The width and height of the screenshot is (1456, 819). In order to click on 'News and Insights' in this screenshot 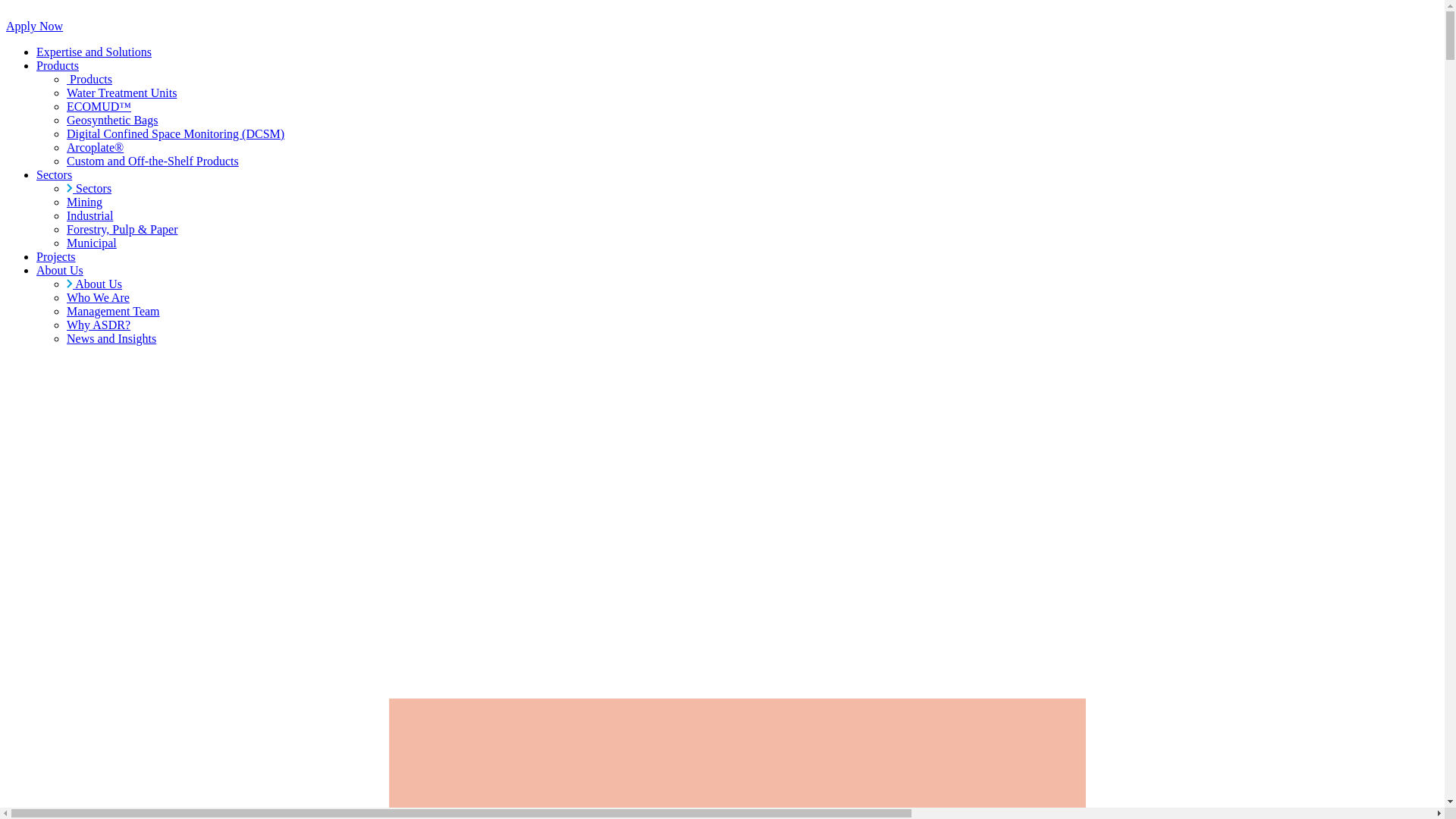, I will do `click(111, 337)`.